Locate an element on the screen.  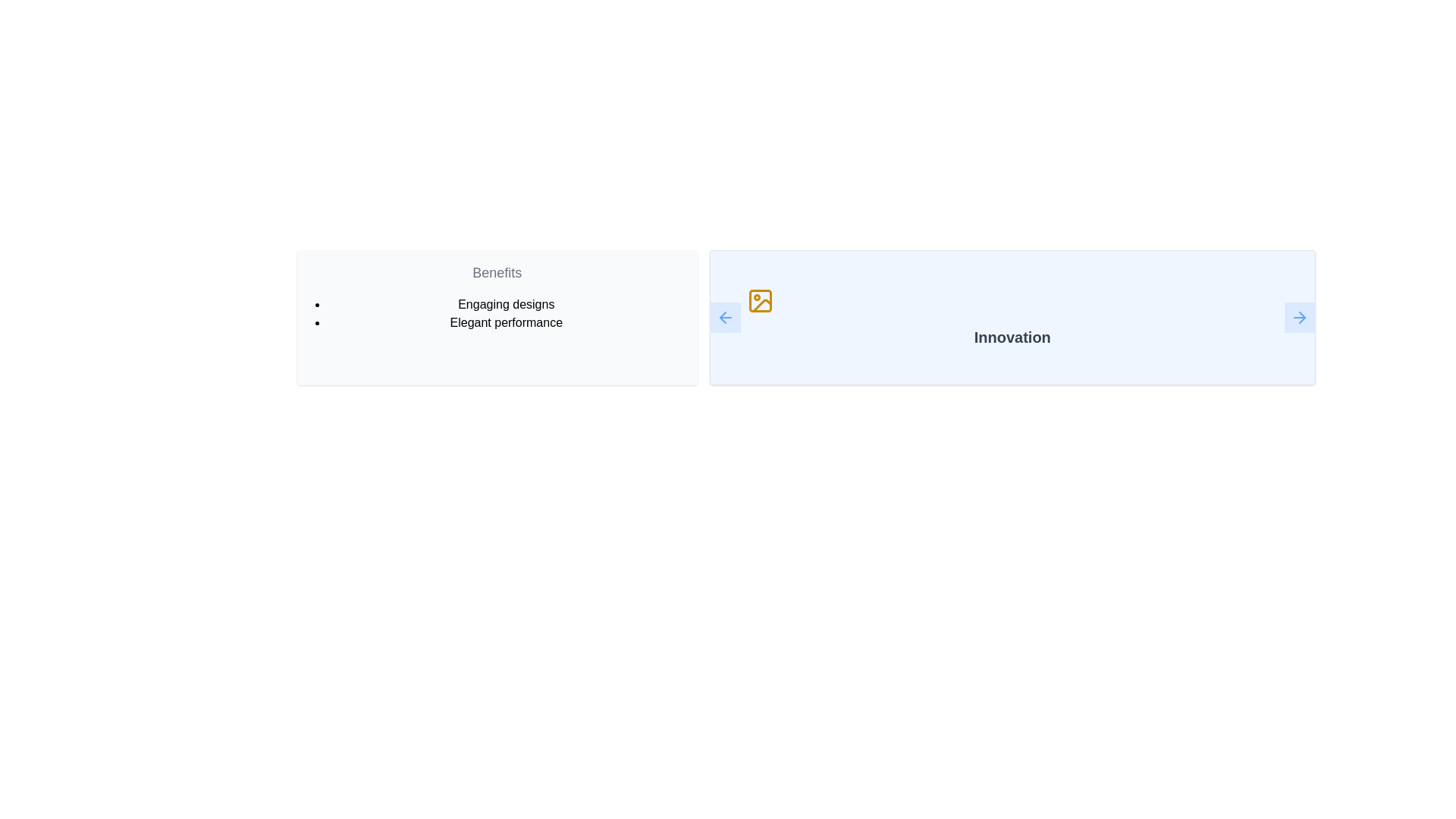
the 'Benefits' section of the text panel, which contains bullet points 'Engaging designs' and 'Elegant performance' in a light gray background is located at coordinates (497, 297).